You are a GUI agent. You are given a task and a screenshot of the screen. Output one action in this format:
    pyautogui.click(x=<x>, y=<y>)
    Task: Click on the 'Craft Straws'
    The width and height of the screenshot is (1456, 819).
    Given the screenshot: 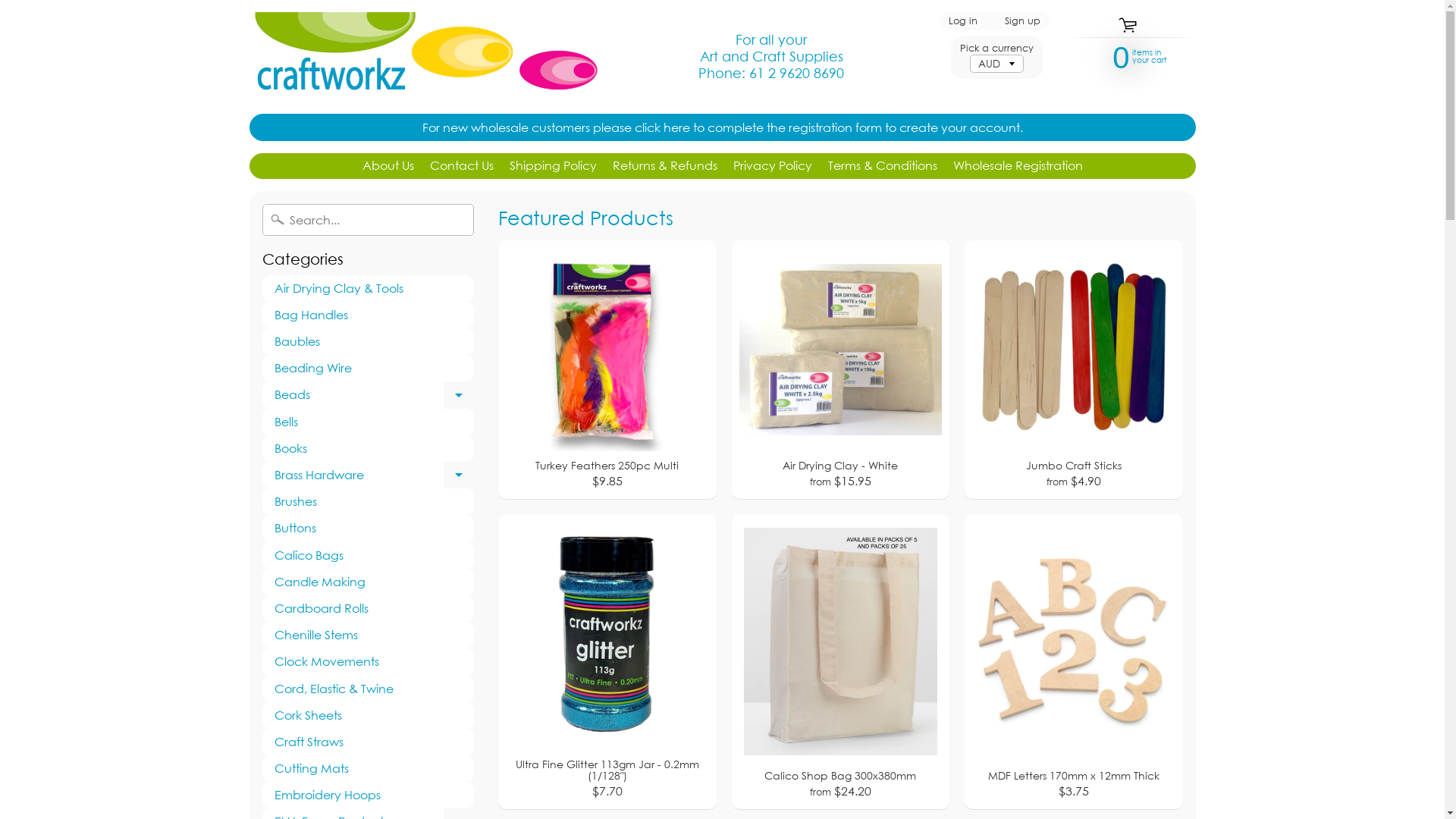 What is the action you would take?
    pyautogui.click(x=262, y=741)
    